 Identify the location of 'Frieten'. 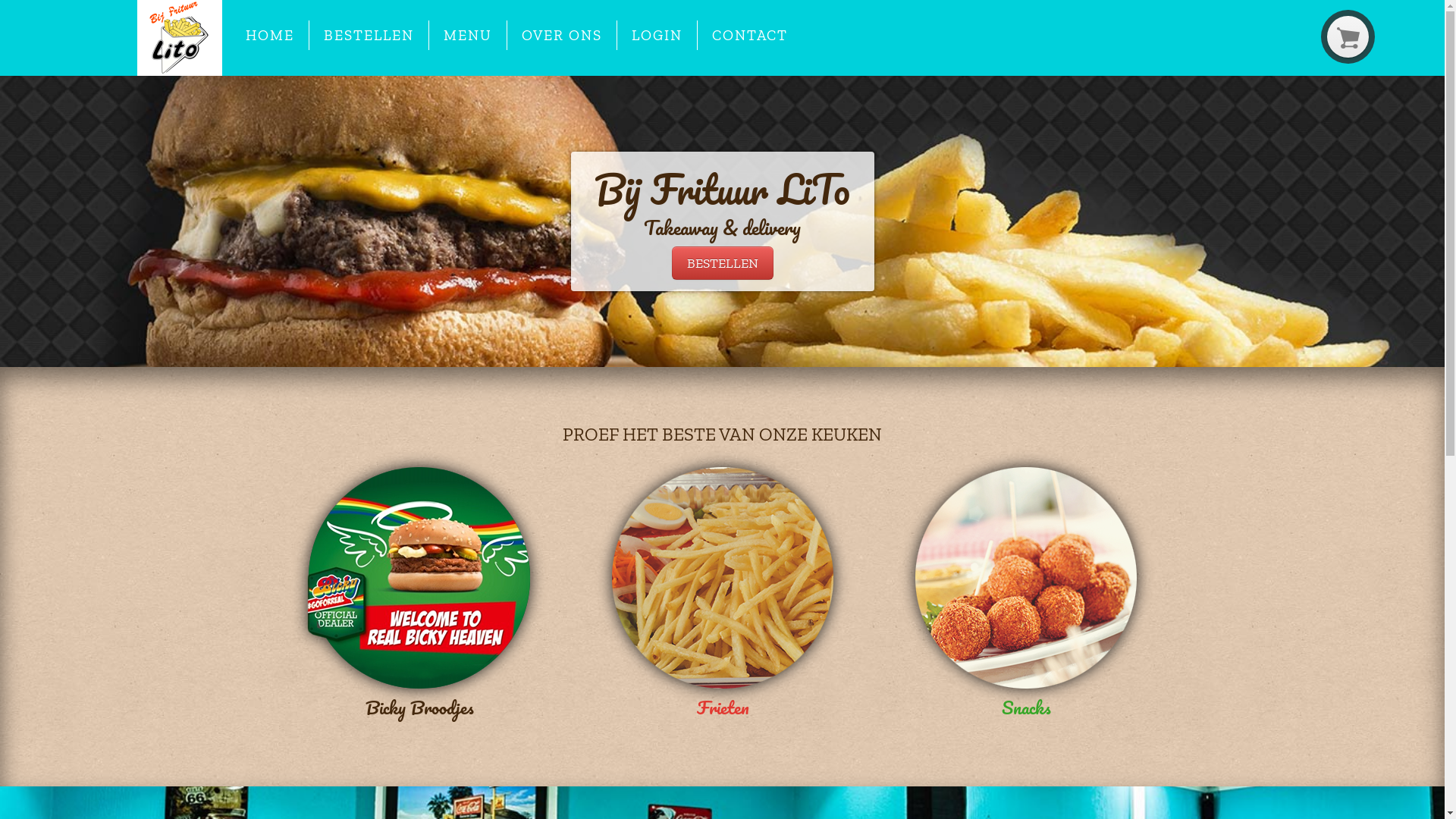
(720, 595).